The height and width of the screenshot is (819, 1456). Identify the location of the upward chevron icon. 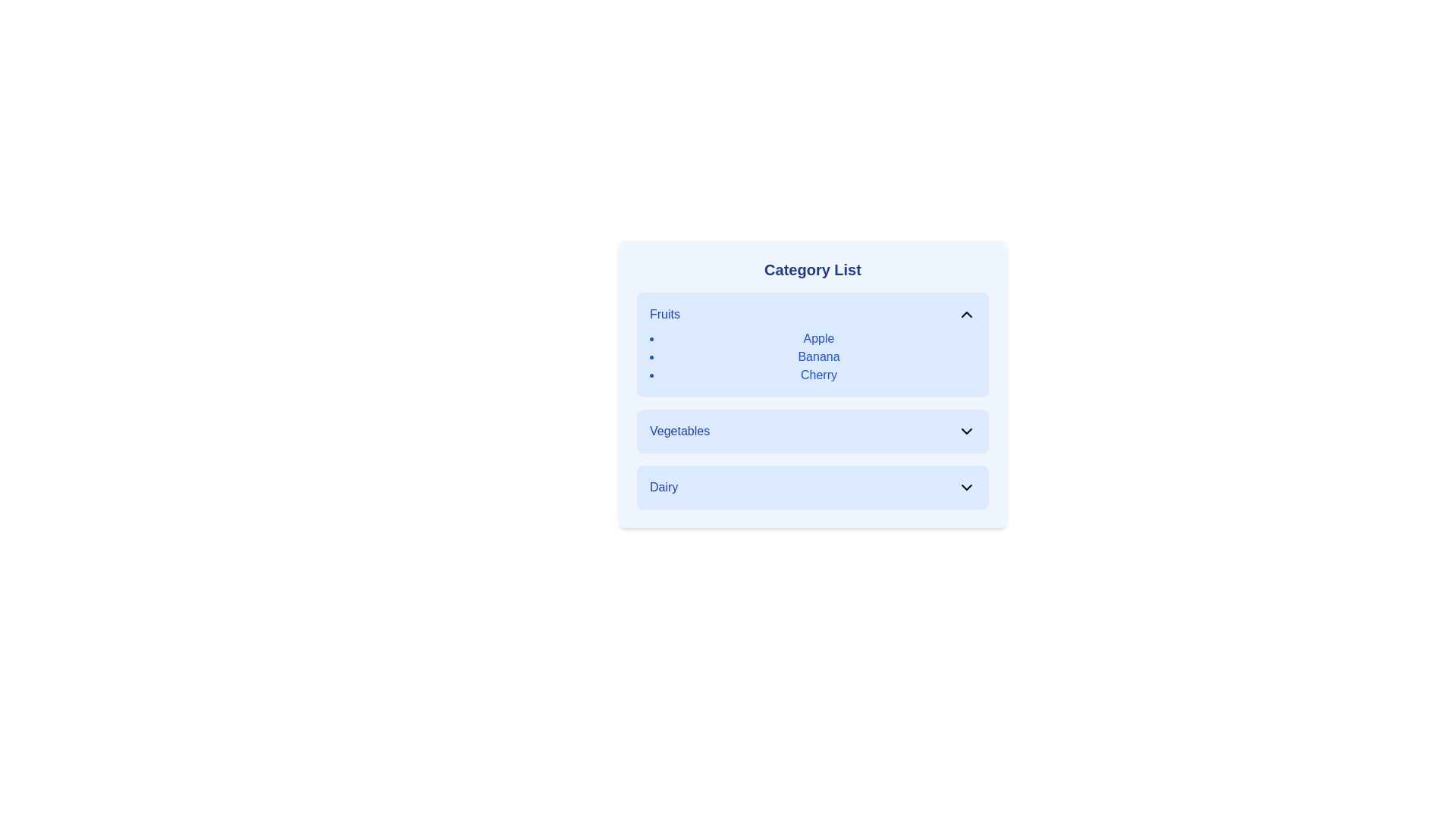
(966, 314).